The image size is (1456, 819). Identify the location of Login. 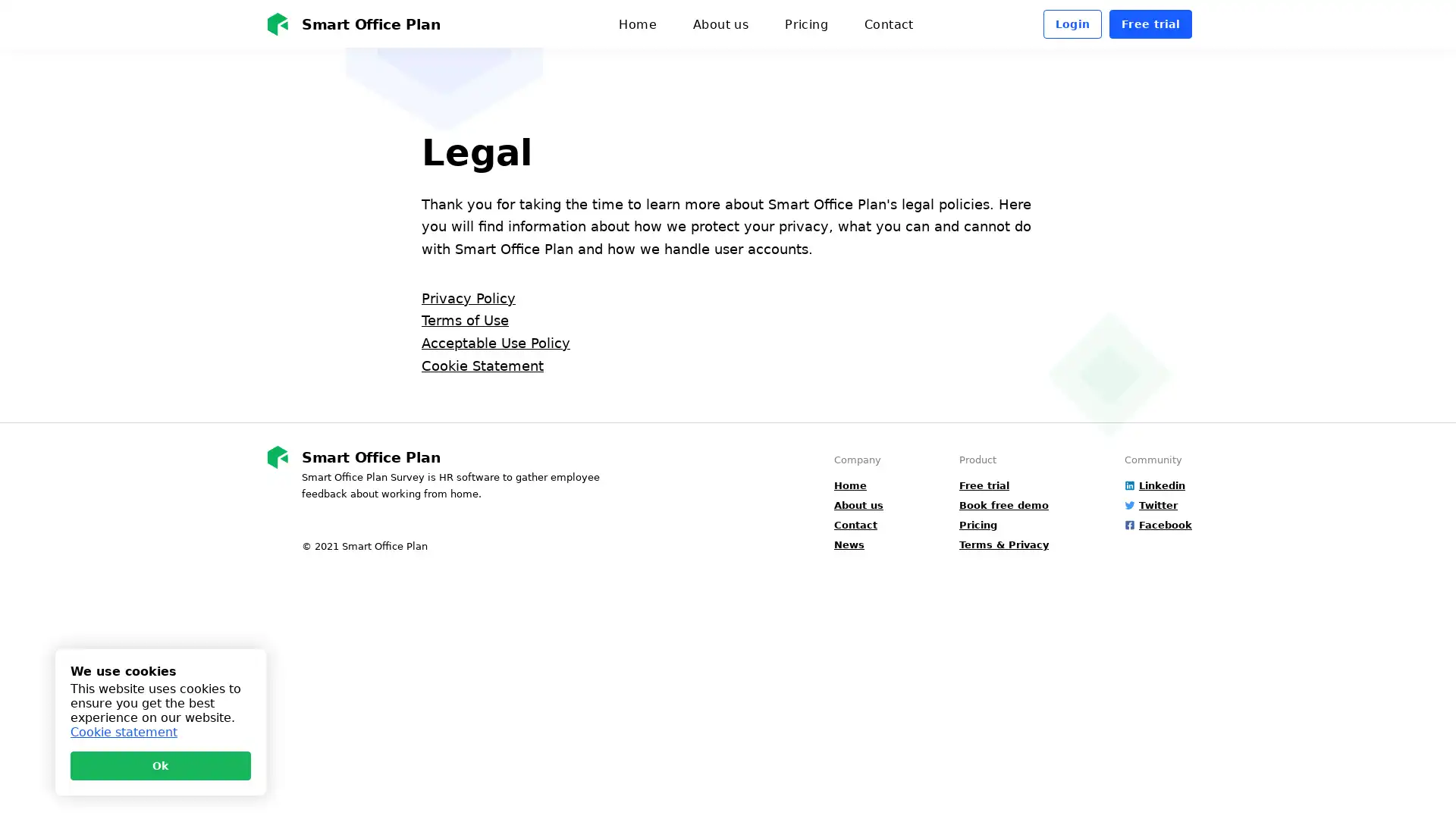
(1072, 23).